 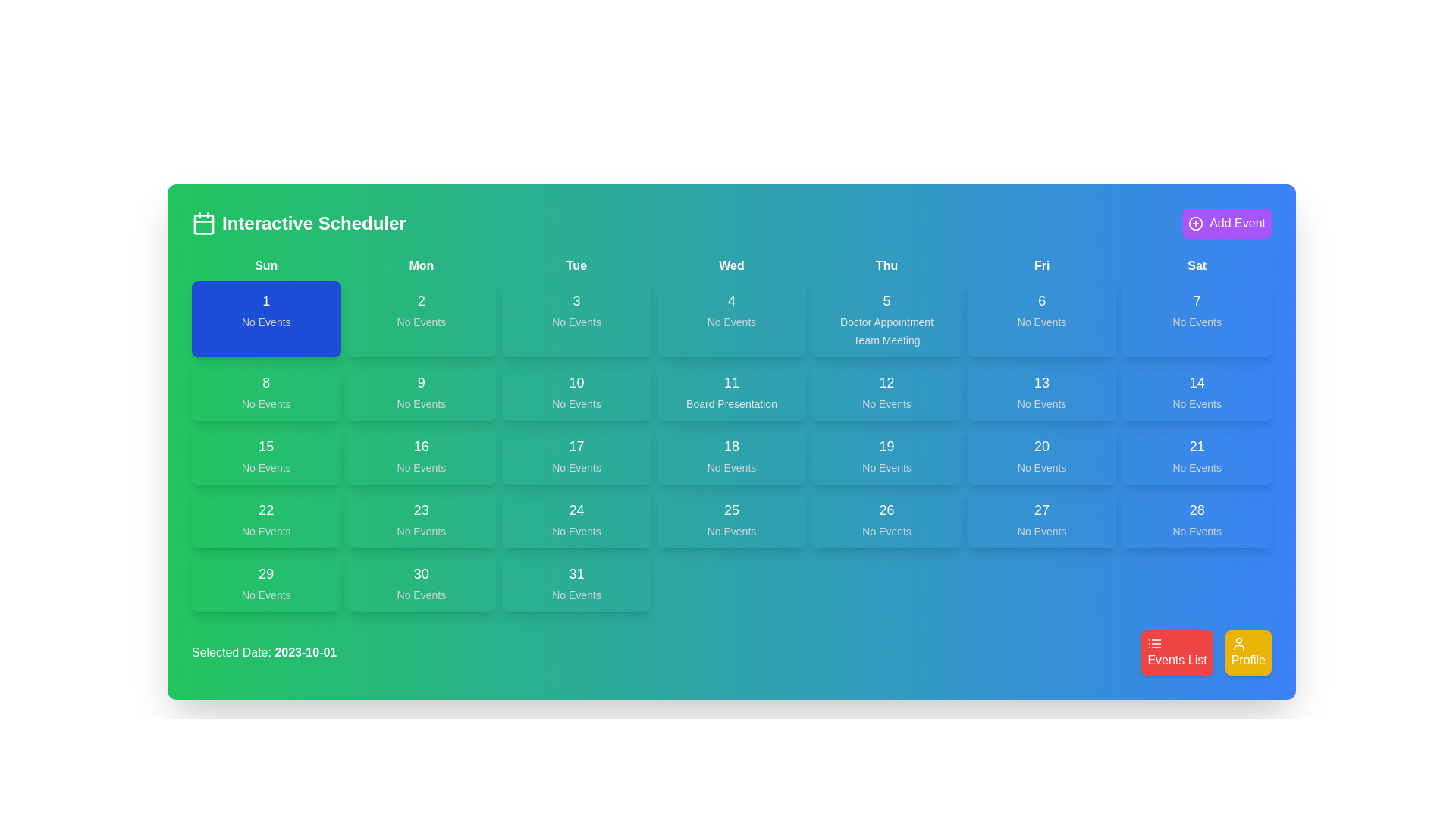 I want to click on the Calendar date entry displaying the number '25' with the phrase 'No Events' below it, located in the fifth row under the 'Wed' column, so click(x=731, y=519).